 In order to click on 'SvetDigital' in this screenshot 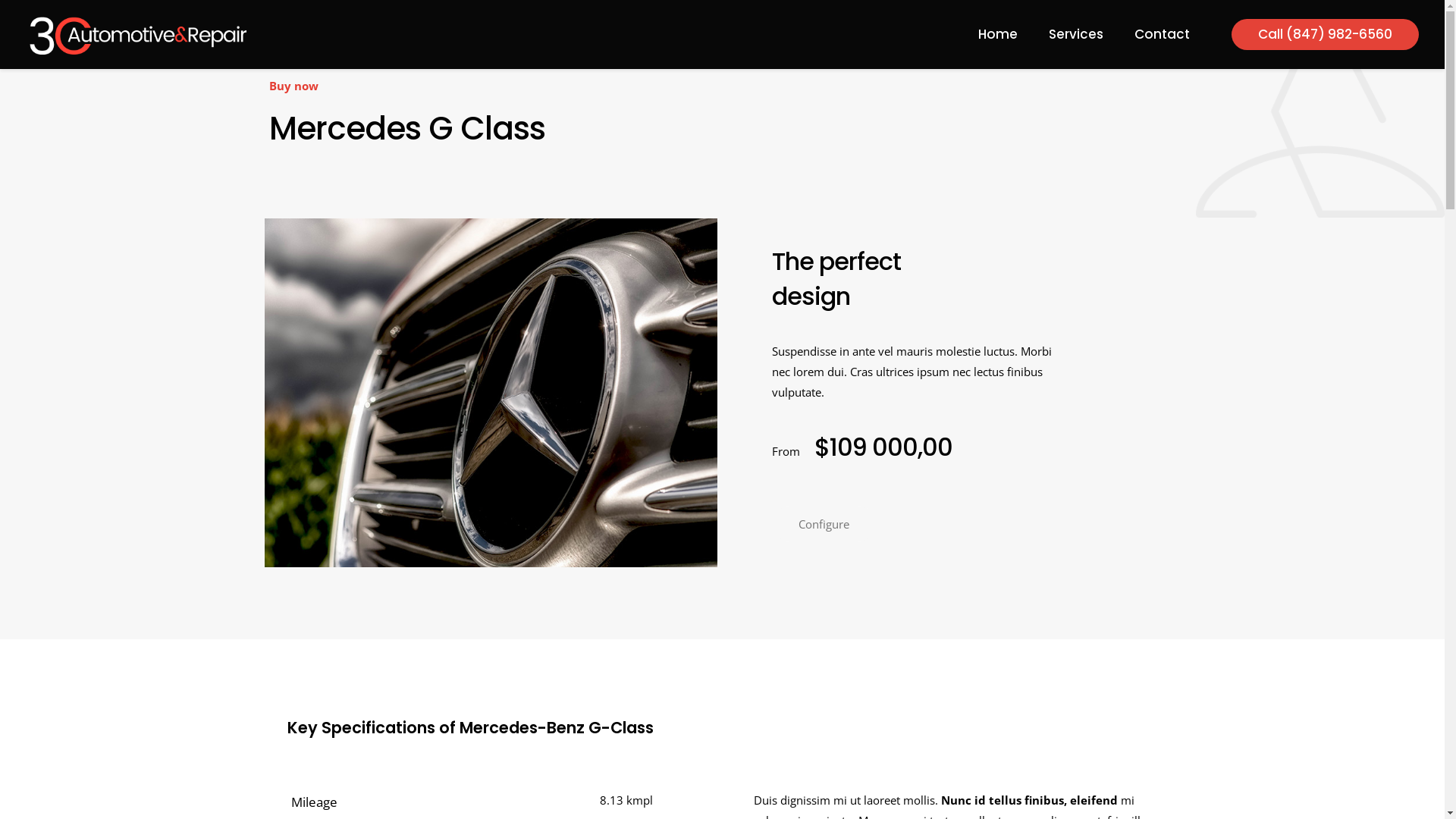, I will do `click(785, 788)`.